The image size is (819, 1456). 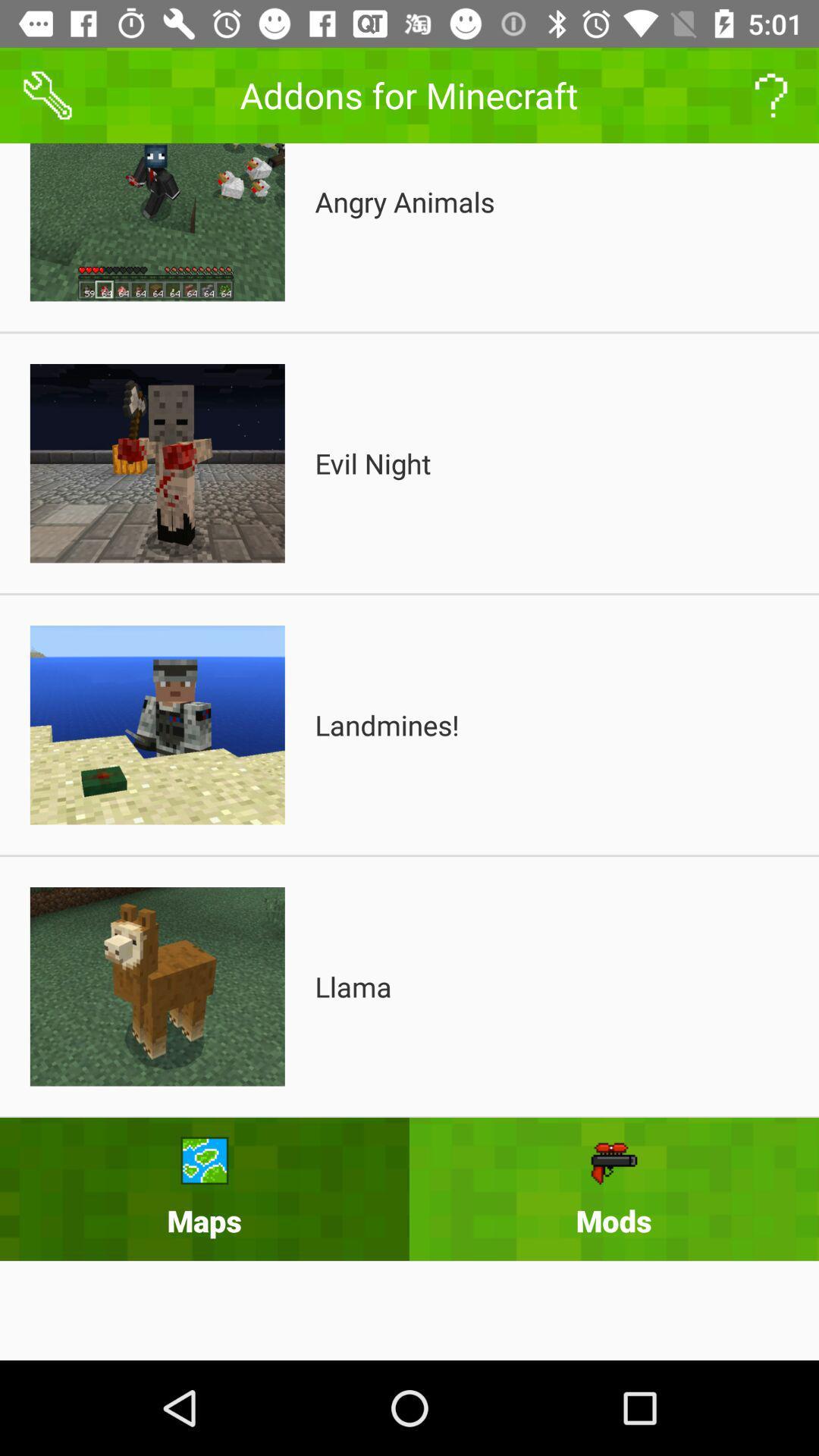 What do you see at coordinates (386, 724) in the screenshot?
I see `the landmines!` at bounding box center [386, 724].